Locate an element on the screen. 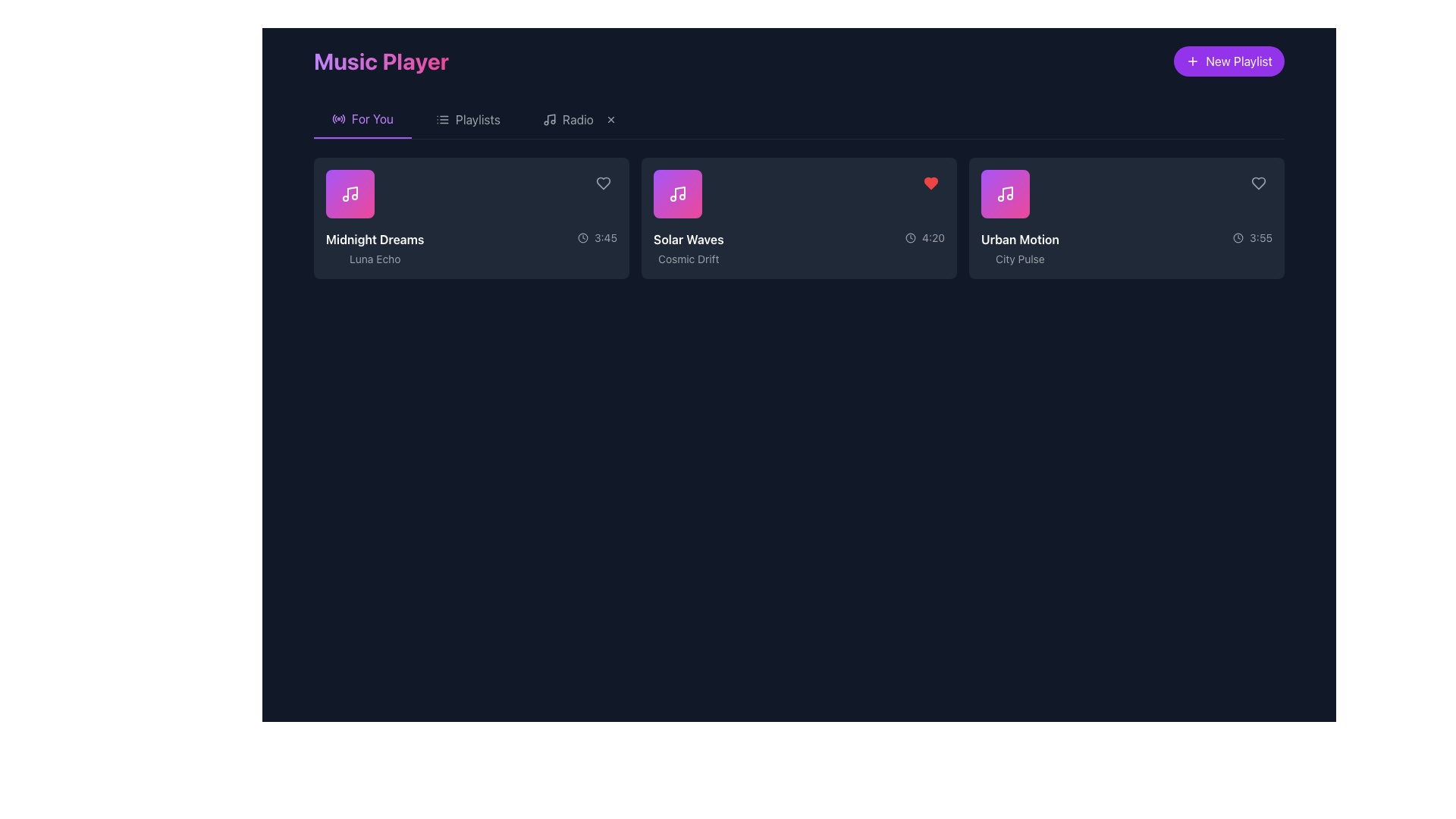 This screenshot has height=819, width=1456. the clock icon located in the lower-right section of the first music card (Midnight Dreams) is located at coordinates (582, 237).